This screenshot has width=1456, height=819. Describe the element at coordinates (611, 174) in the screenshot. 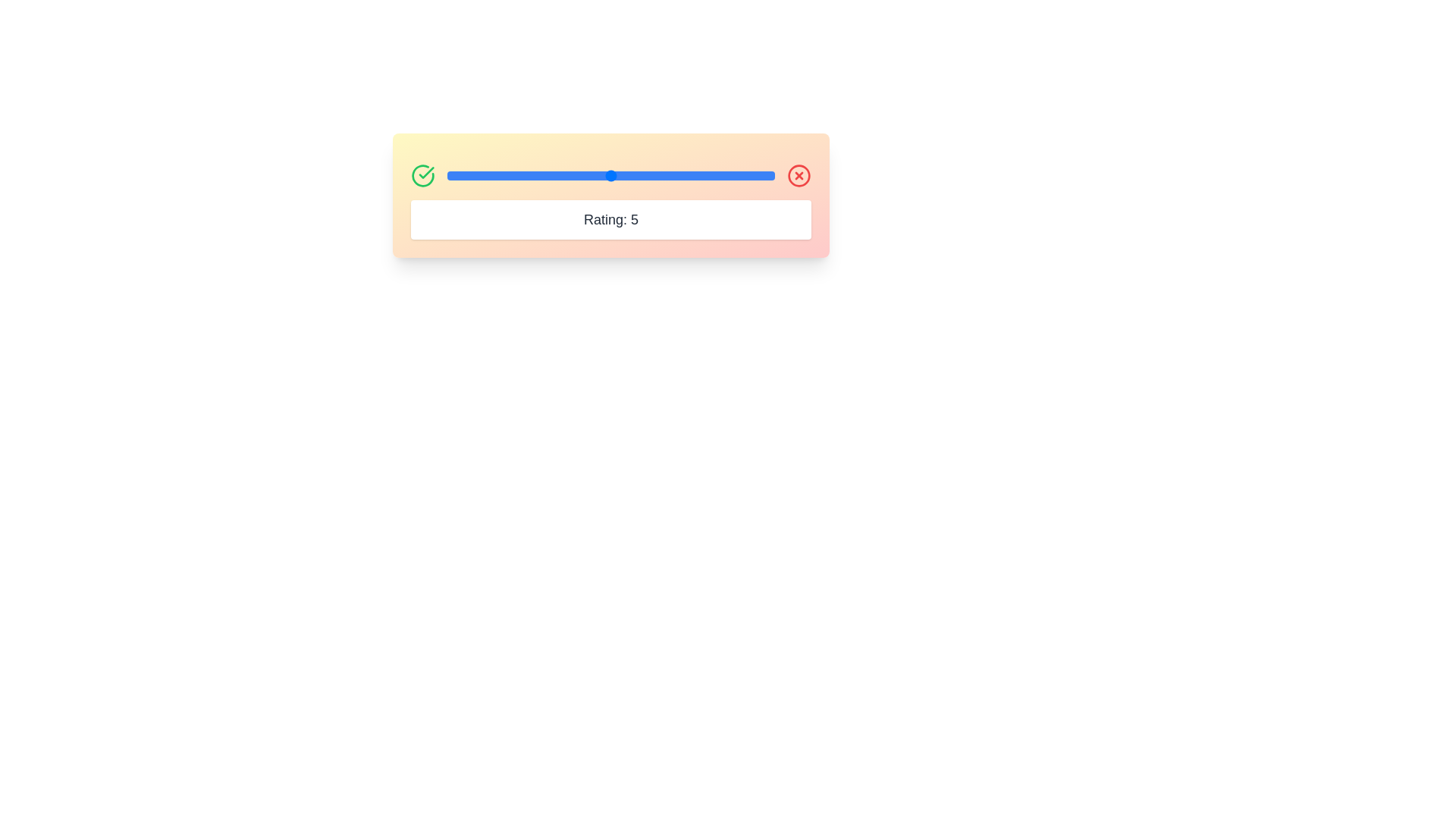

I see `the slider` at that location.